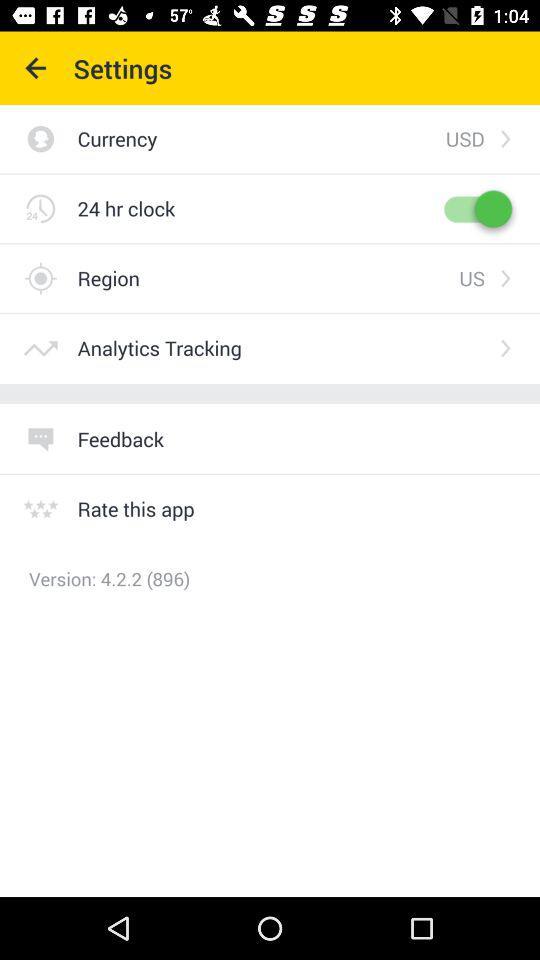  What do you see at coordinates (261, 137) in the screenshot?
I see `the currency icon` at bounding box center [261, 137].